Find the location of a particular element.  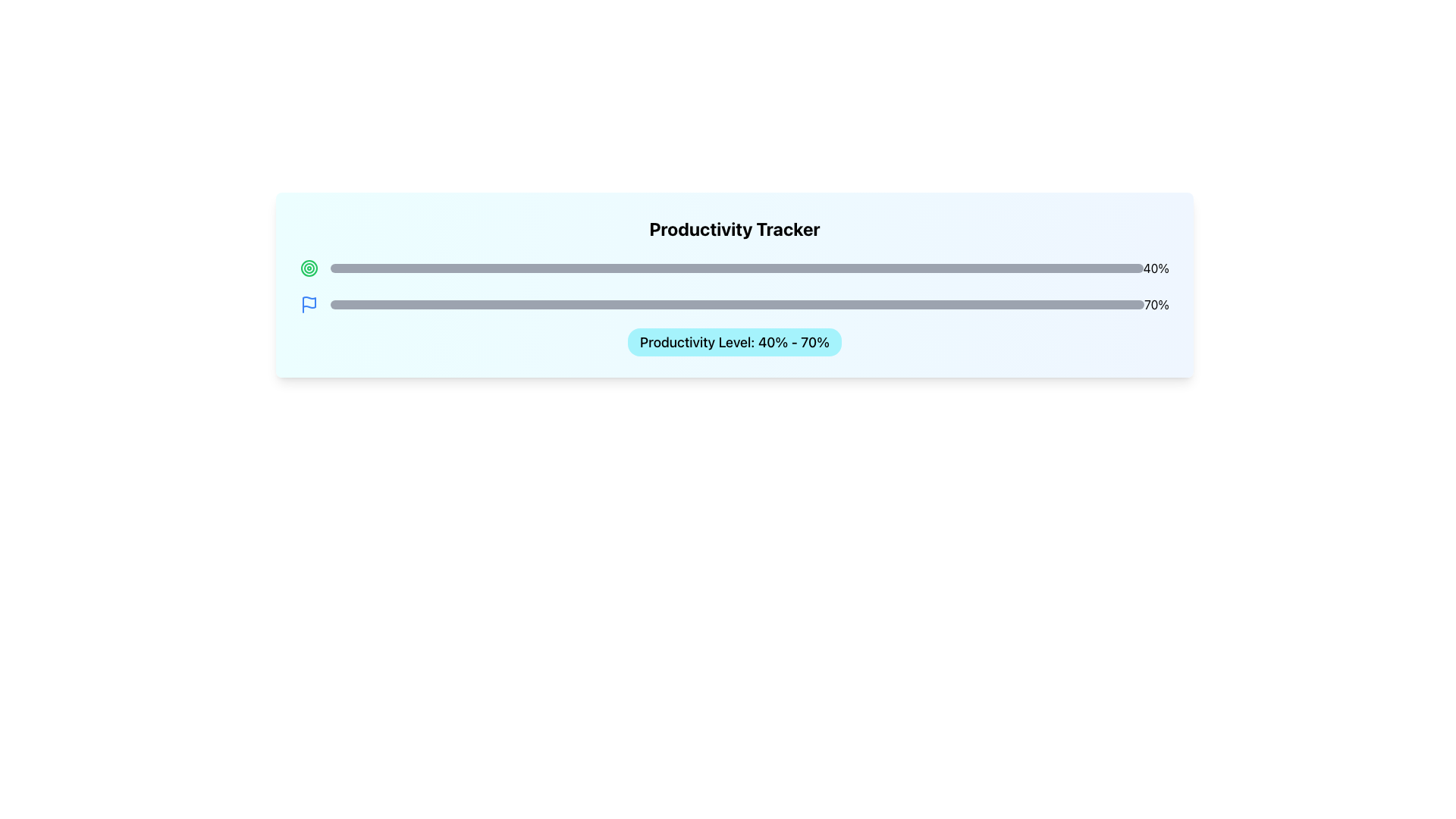

text from the label element displaying 'Productivity Level: 40% - 70%' located at the bottom of the 'Productivity Tracker' card is located at coordinates (735, 342).